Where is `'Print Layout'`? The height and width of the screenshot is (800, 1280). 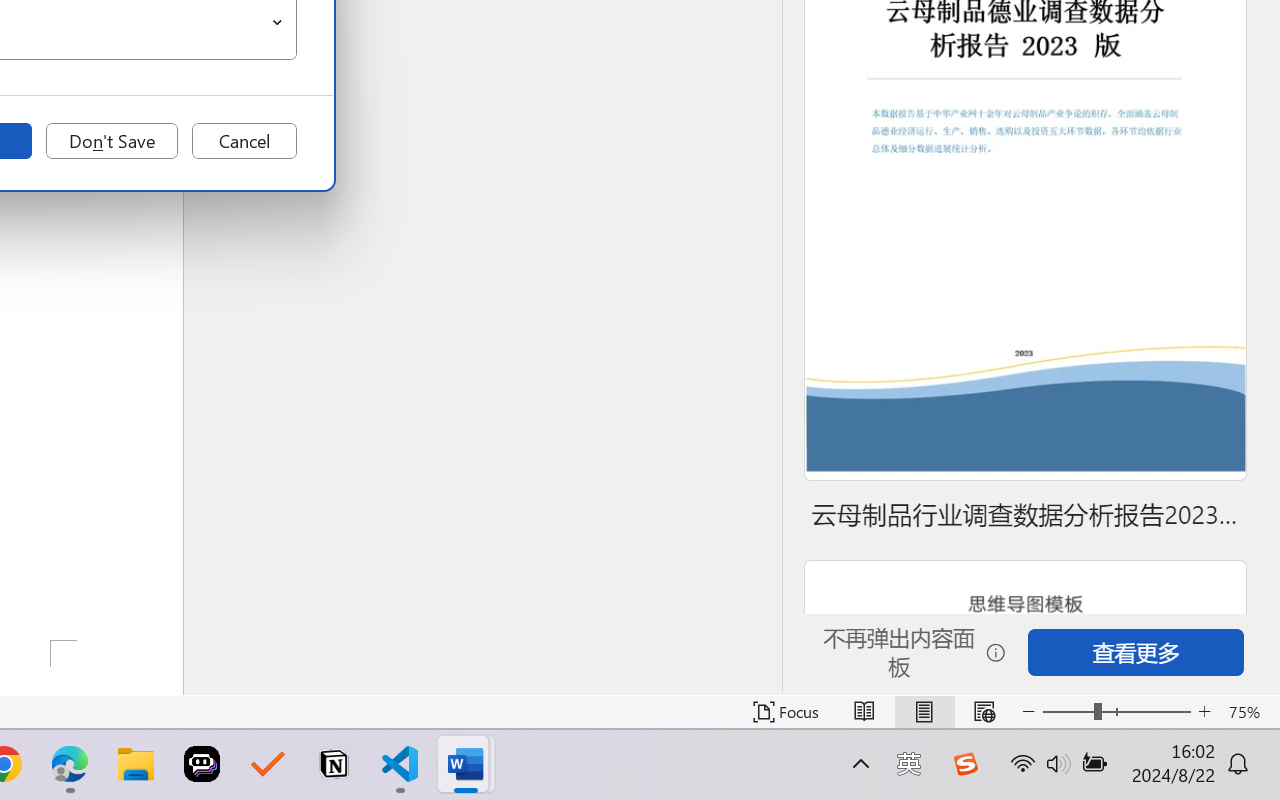 'Print Layout' is located at coordinates (923, 711).